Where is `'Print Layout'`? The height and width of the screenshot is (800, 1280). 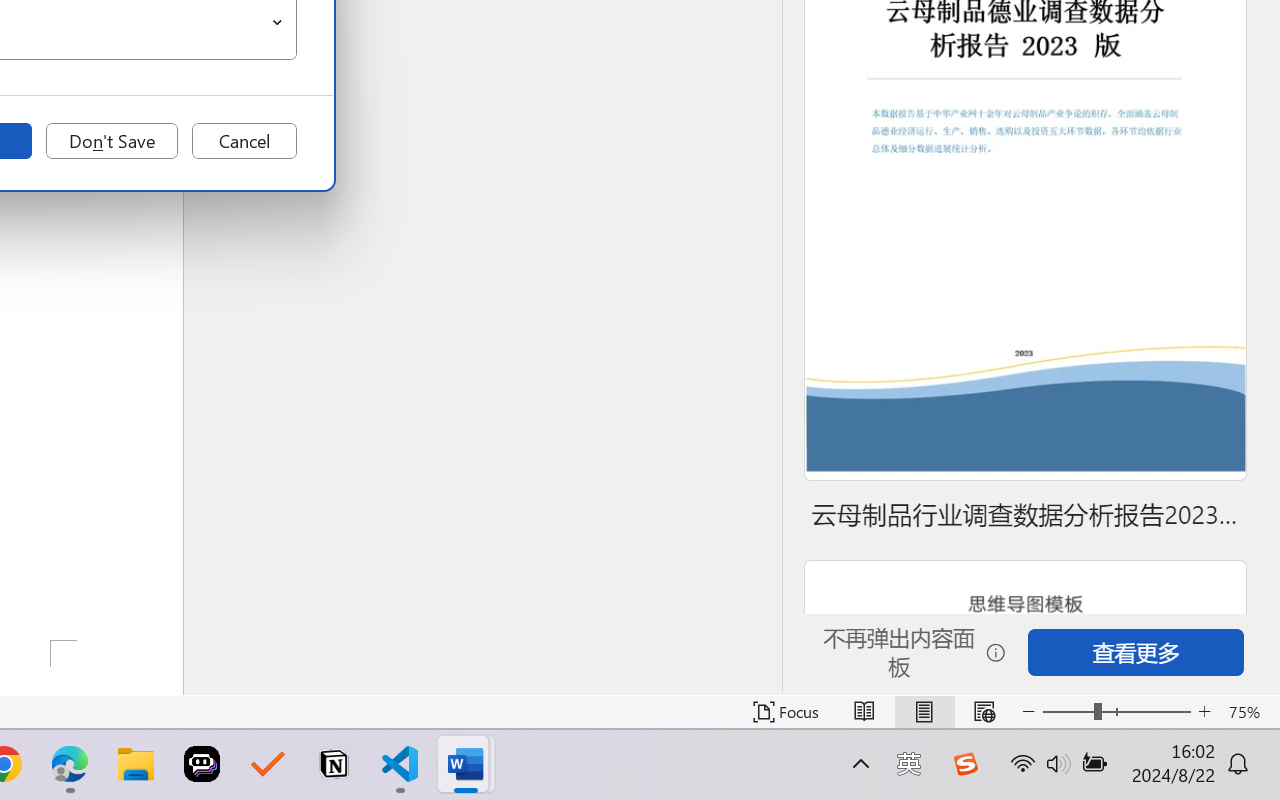 'Print Layout' is located at coordinates (923, 711).